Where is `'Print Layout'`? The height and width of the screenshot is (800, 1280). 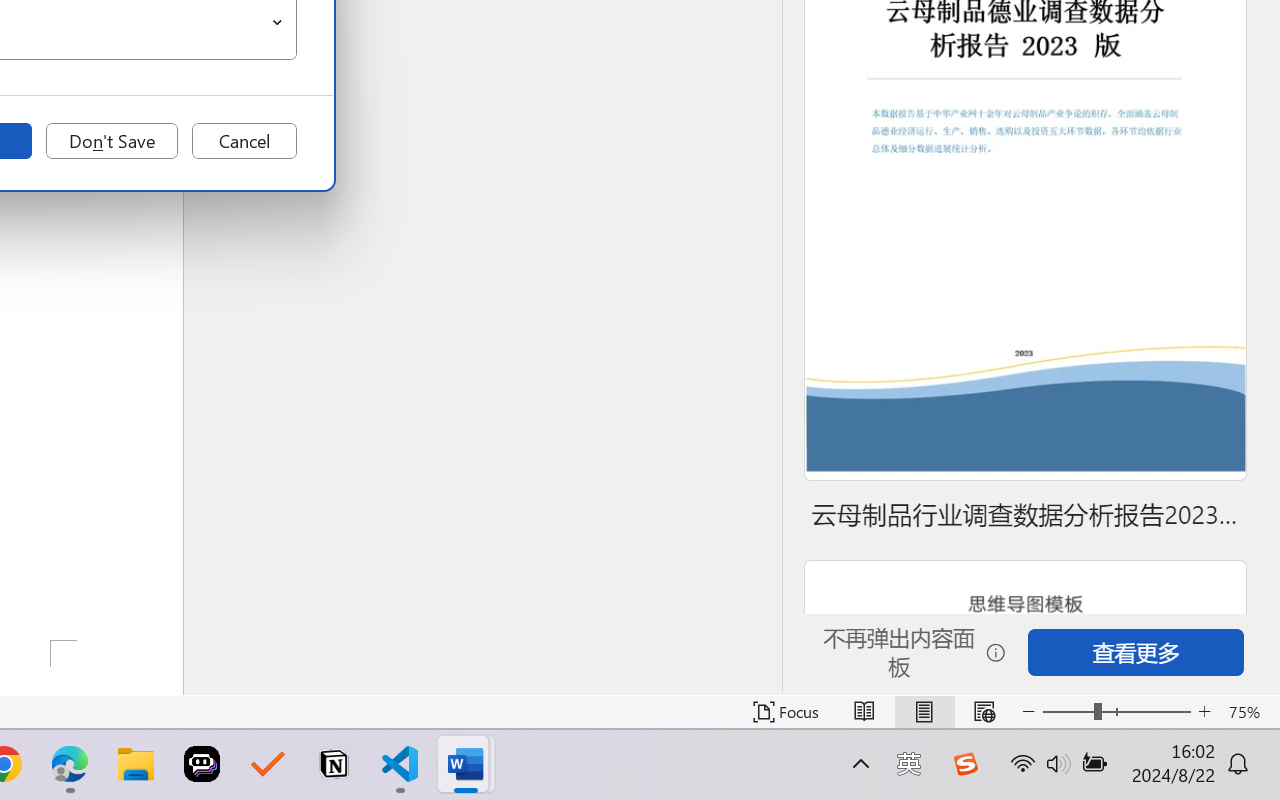 'Print Layout' is located at coordinates (923, 711).